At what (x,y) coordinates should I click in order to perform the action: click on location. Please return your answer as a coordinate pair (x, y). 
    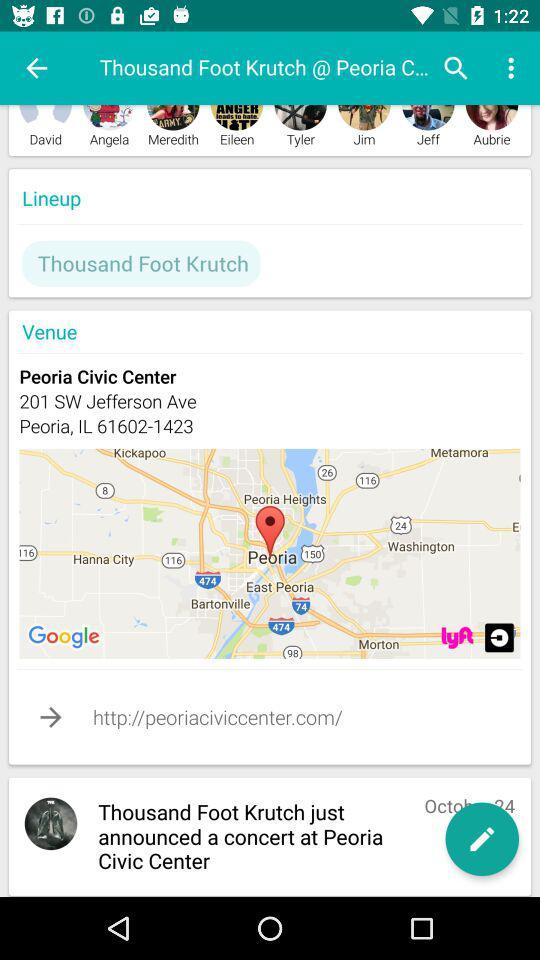
    Looking at the image, I should click on (457, 636).